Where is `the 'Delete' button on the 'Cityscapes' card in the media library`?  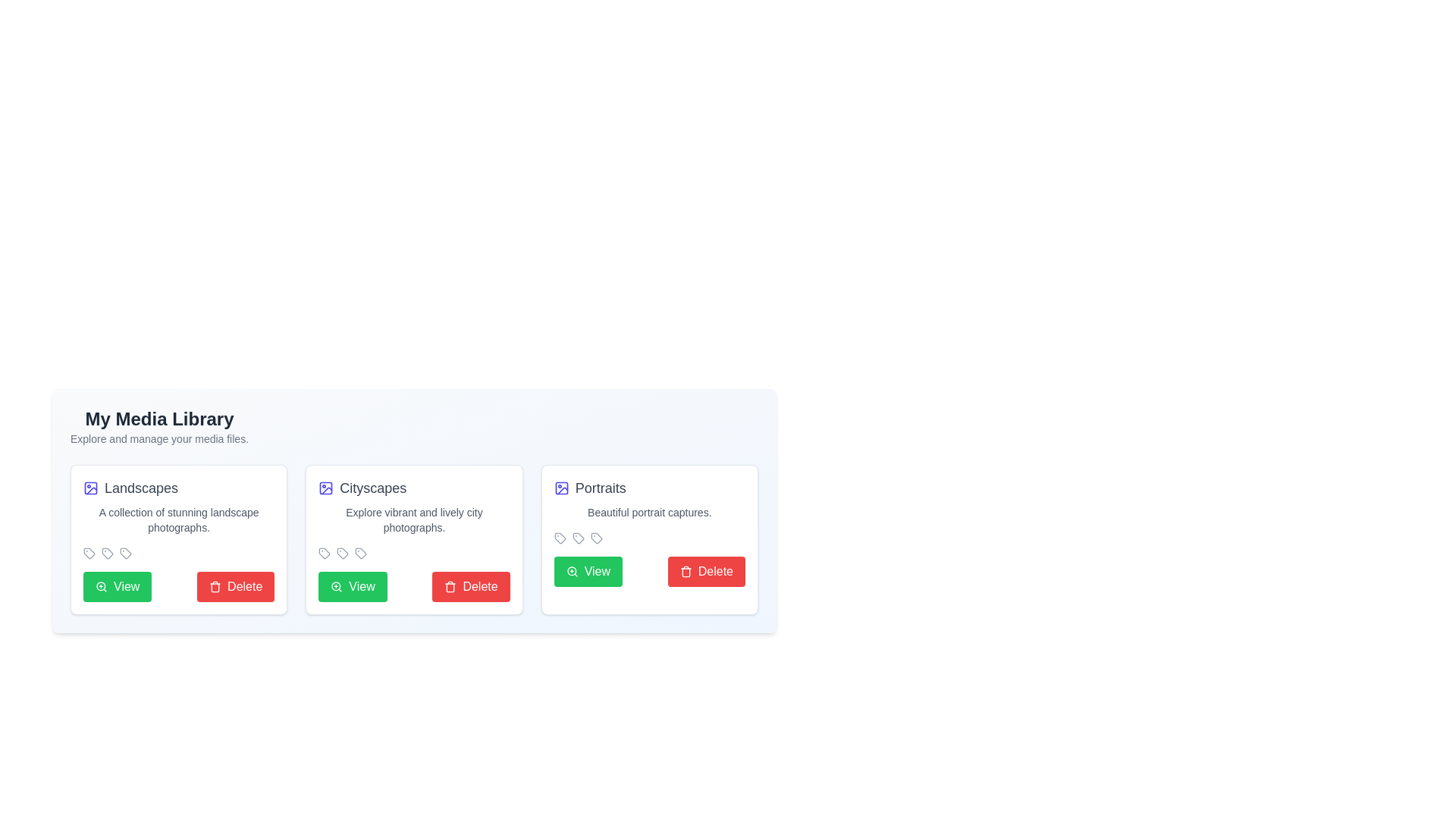 the 'Delete' button on the 'Cityscapes' card in the media library is located at coordinates (414, 539).